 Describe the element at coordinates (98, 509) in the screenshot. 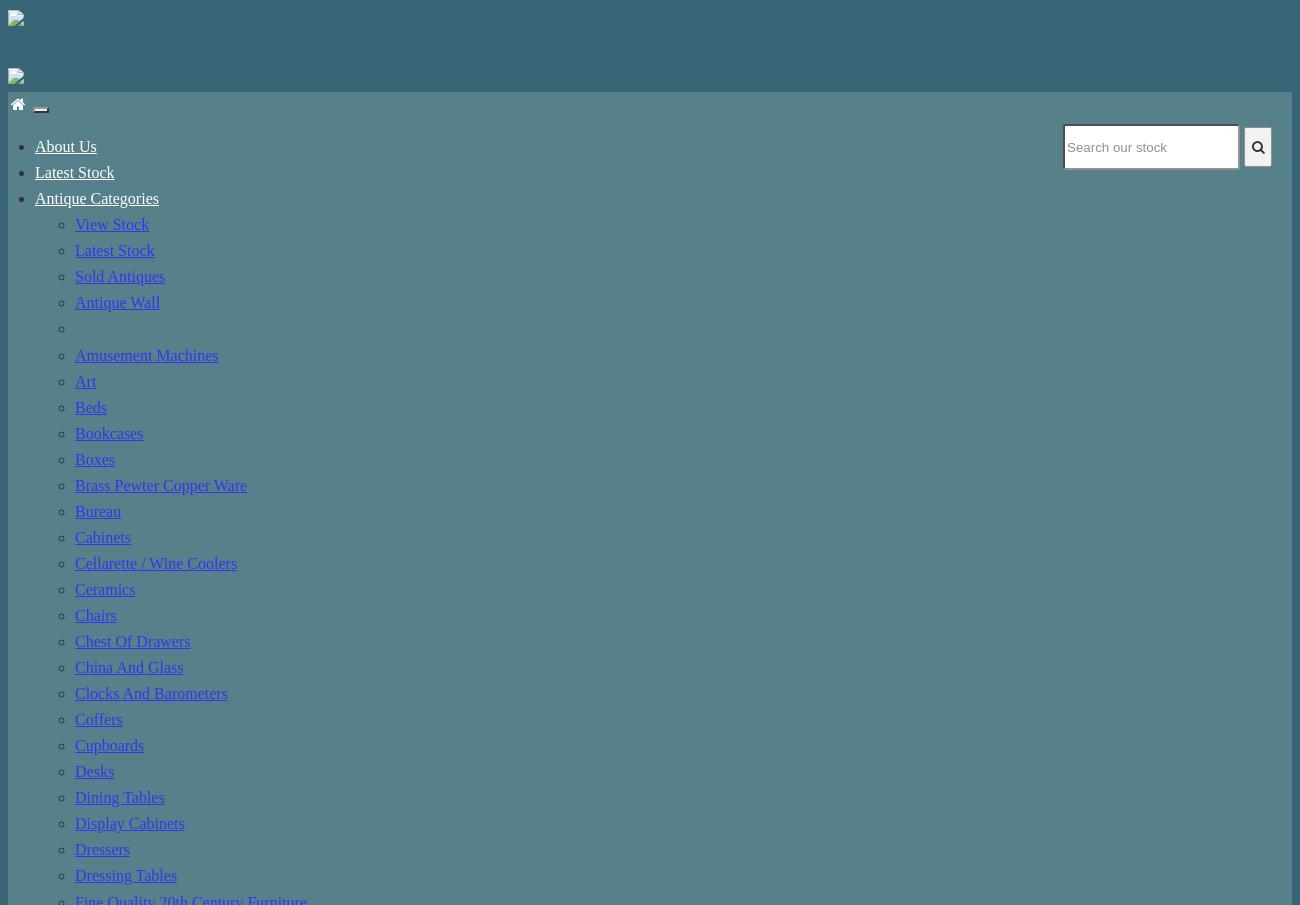

I see `'Bureau'` at that location.